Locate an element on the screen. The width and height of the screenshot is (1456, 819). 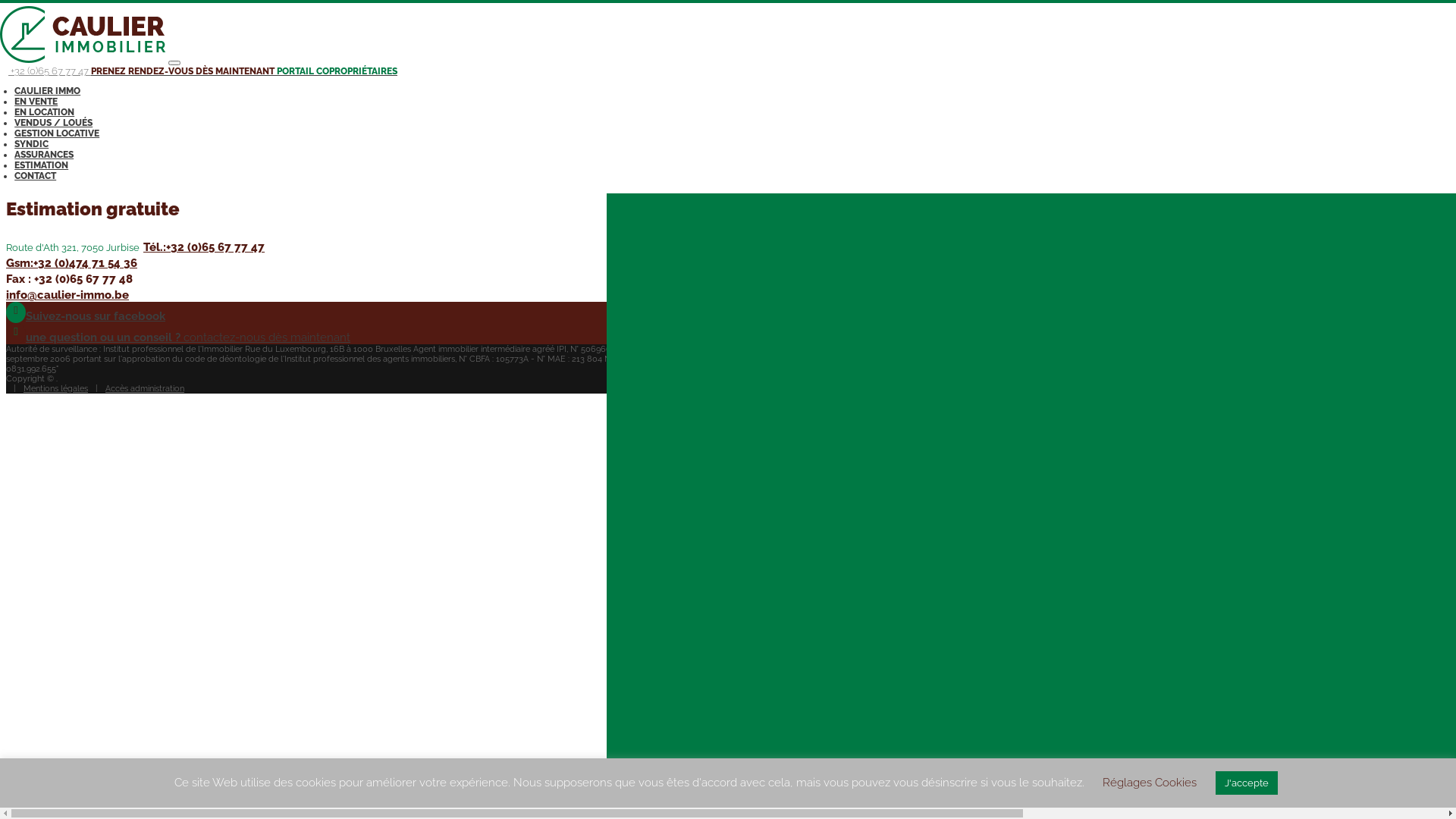
'Suivez-nous sur facebook' is located at coordinates (6, 315).